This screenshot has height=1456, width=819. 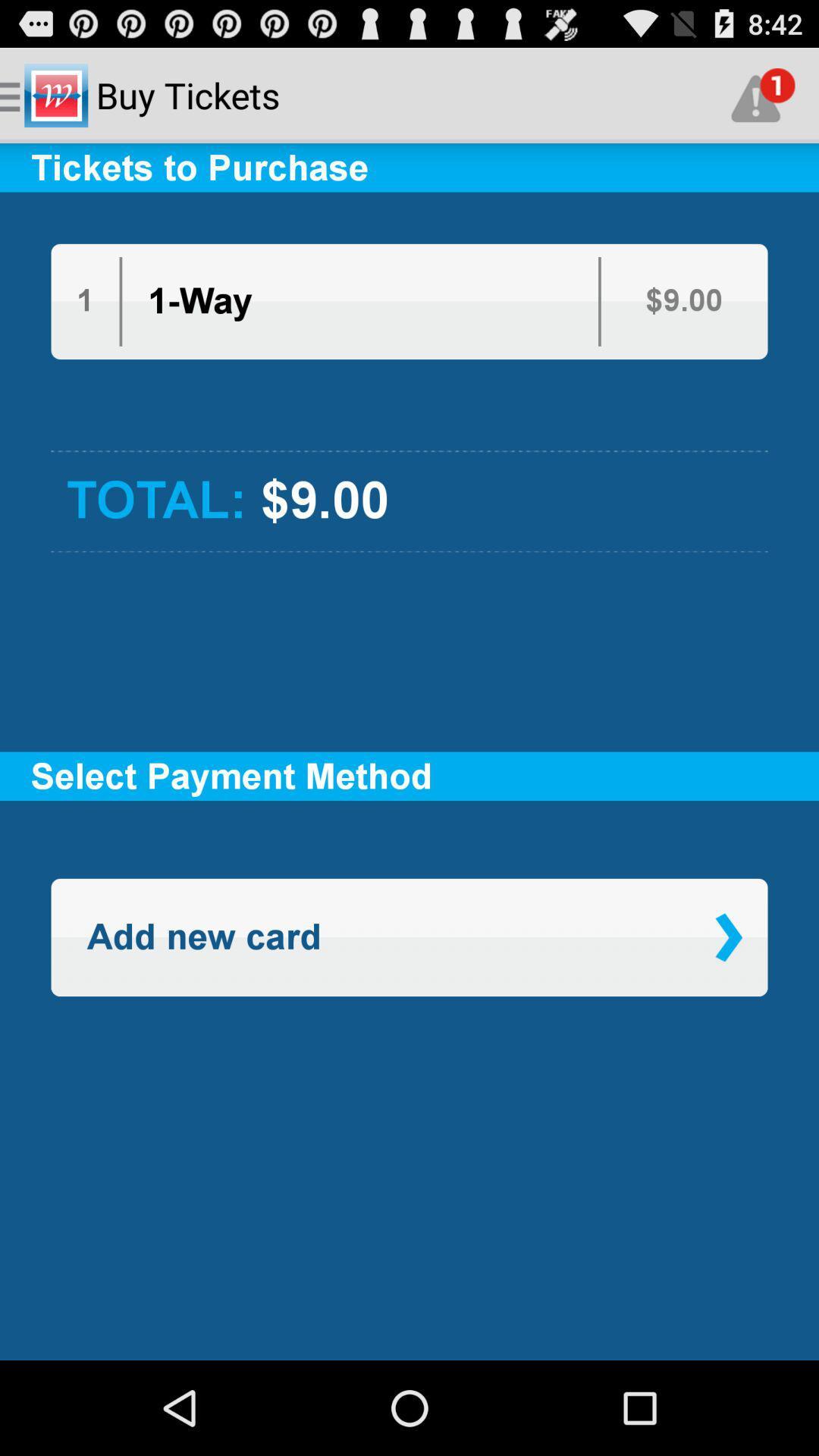 What do you see at coordinates (728, 937) in the screenshot?
I see `the item next to the add new card item` at bounding box center [728, 937].